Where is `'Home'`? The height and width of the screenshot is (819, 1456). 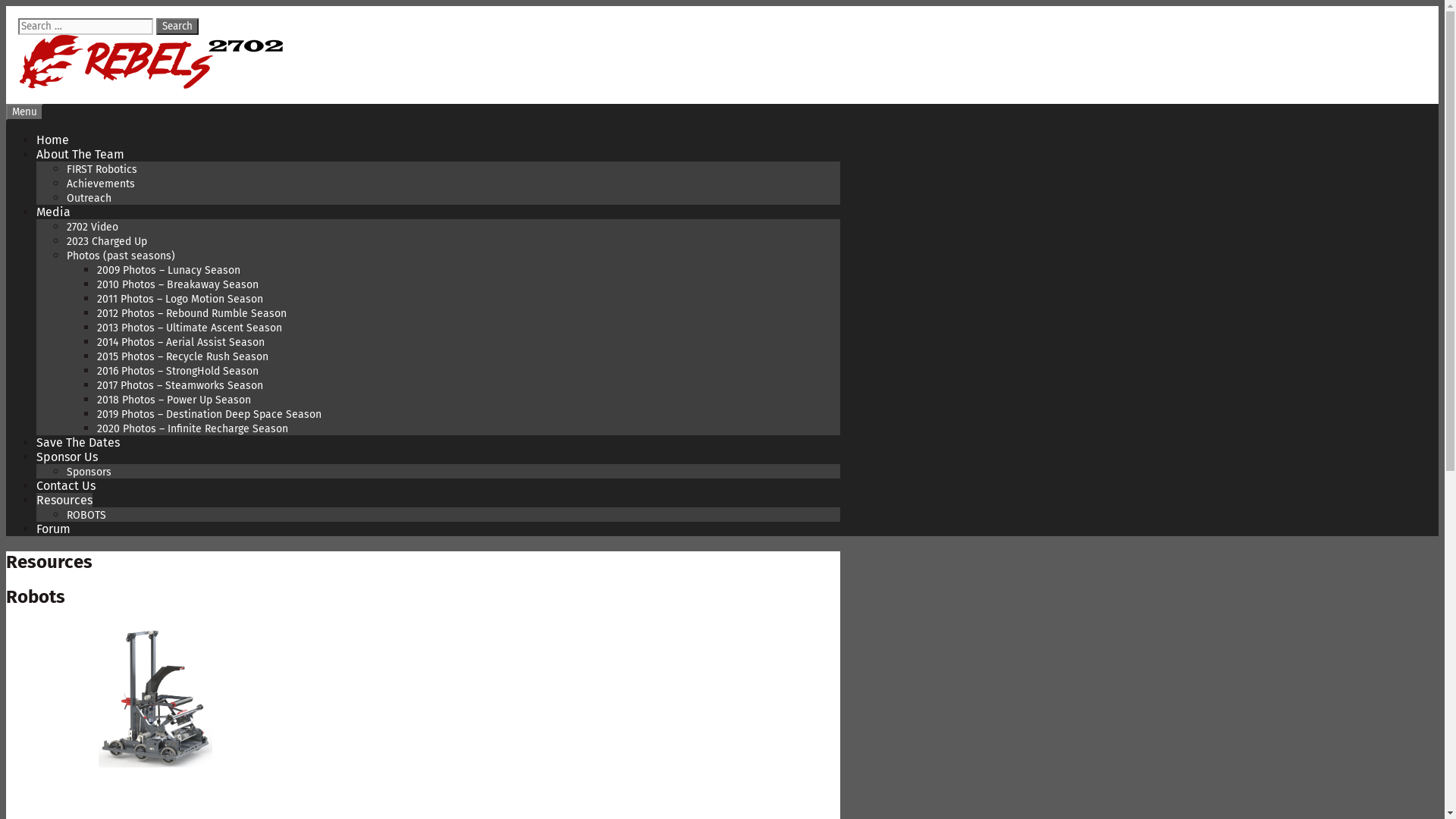 'Home' is located at coordinates (52, 140).